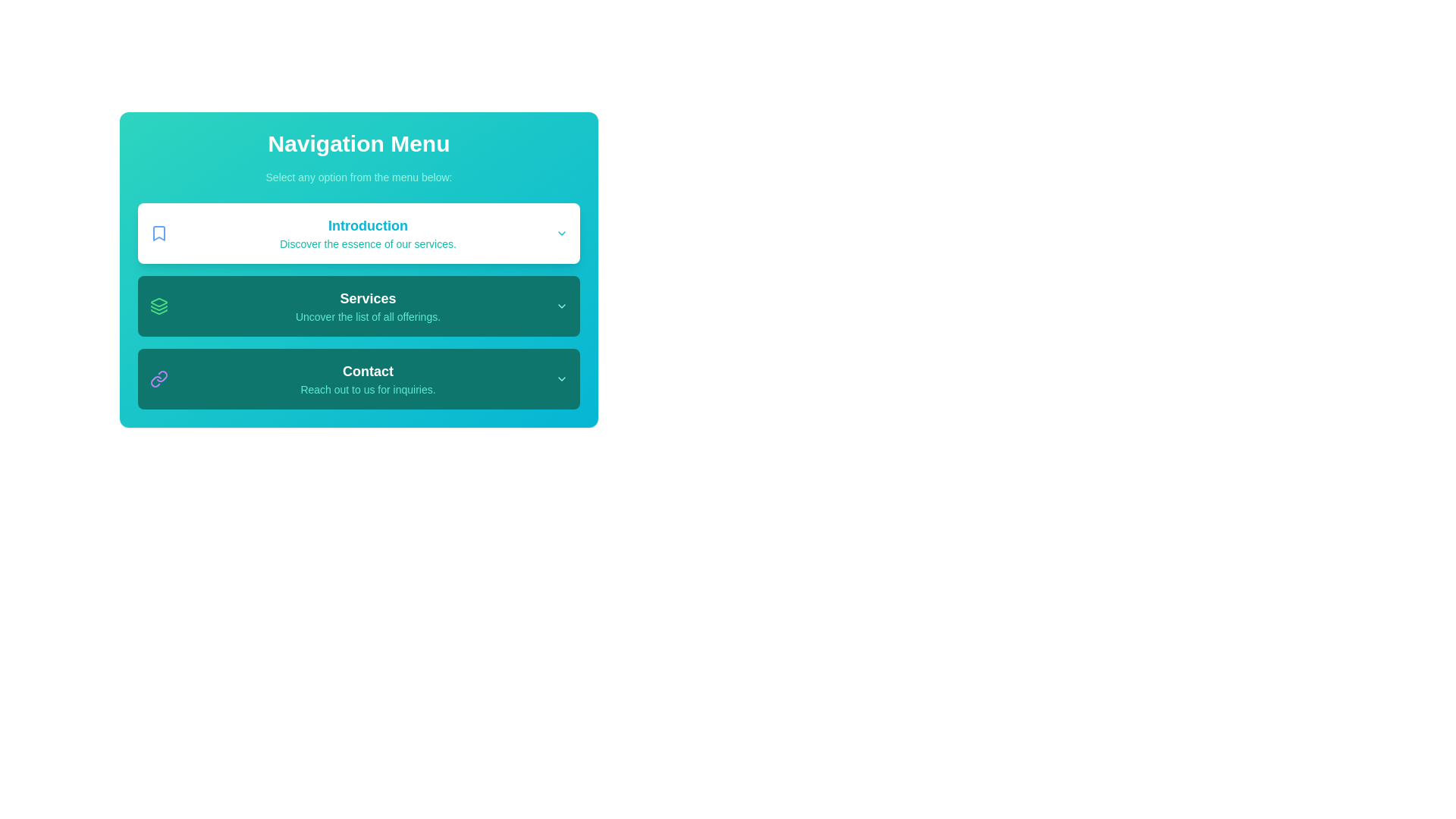  What do you see at coordinates (159, 378) in the screenshot?
I see `the Vector graphic icon located to the left of the 'Contact' text block in the navigation menu` at bounding box center [159, 378].